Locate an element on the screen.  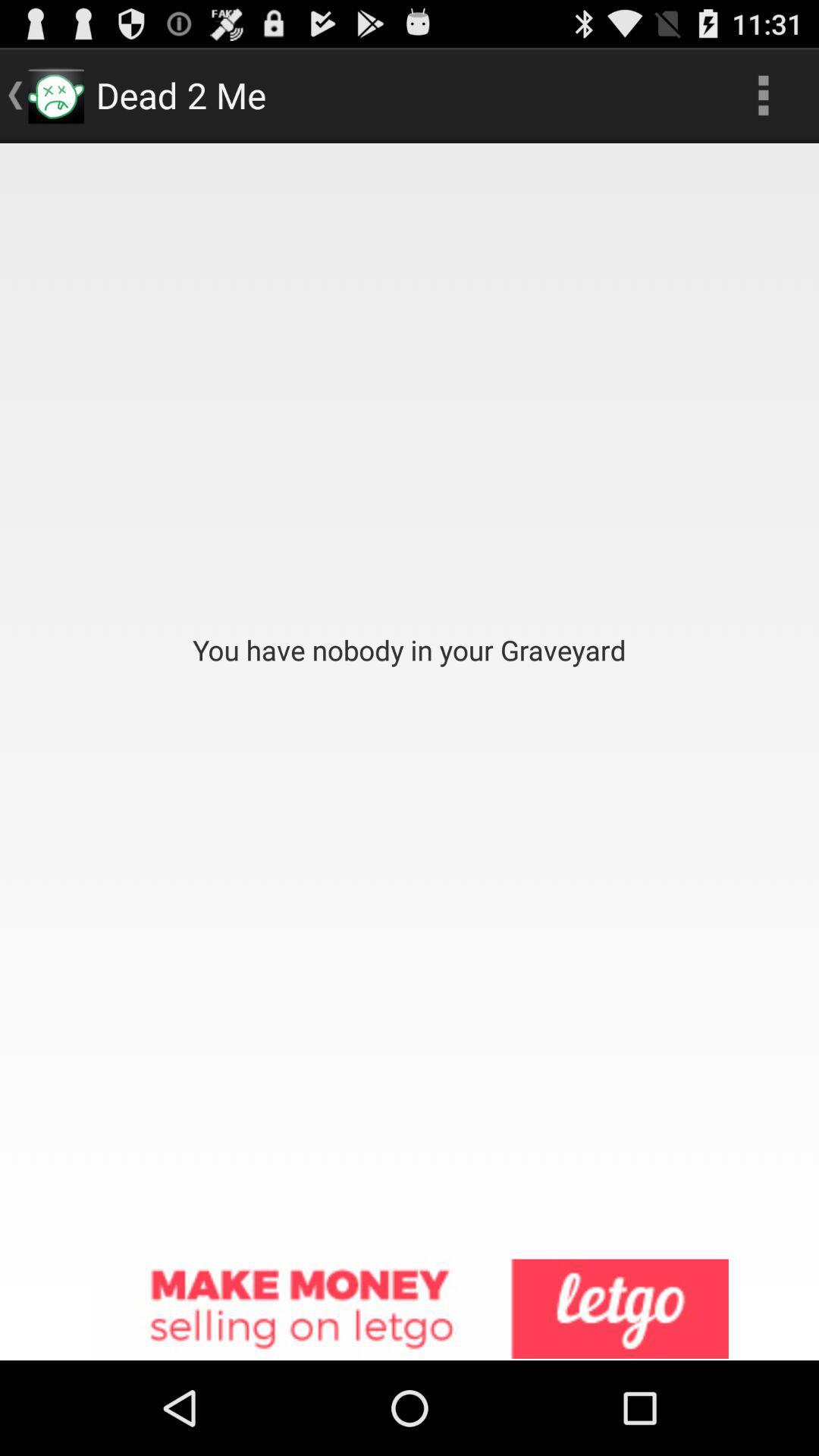
advertisement to open letgo app is located at coordinates (409, 1309).